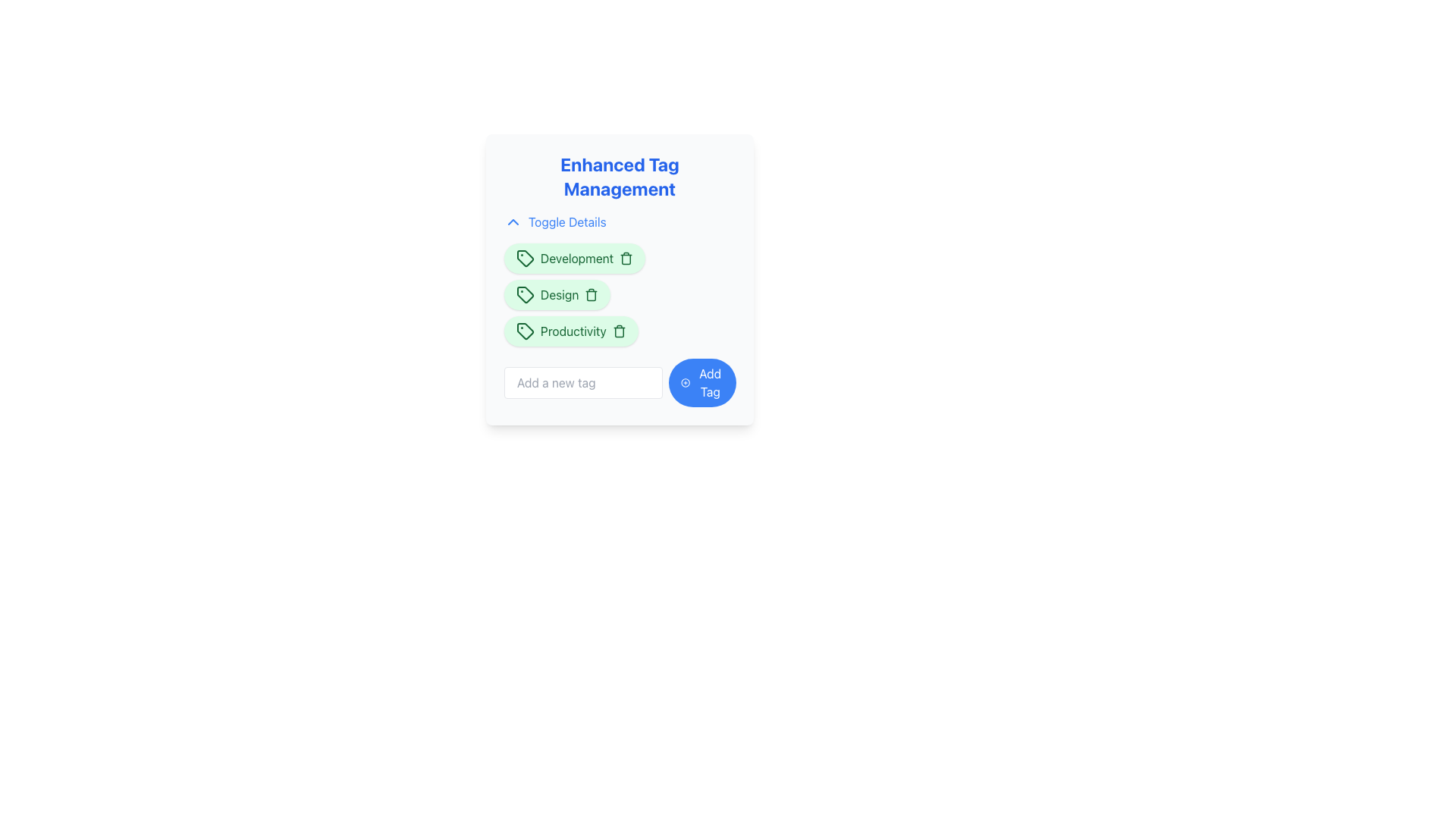  I want to click on the circular blue icon with a '+' symbol located within the 'Add Tag' button in the bottom-right corner of the 'Enhanced Tag Management' card, so click(684, 382).